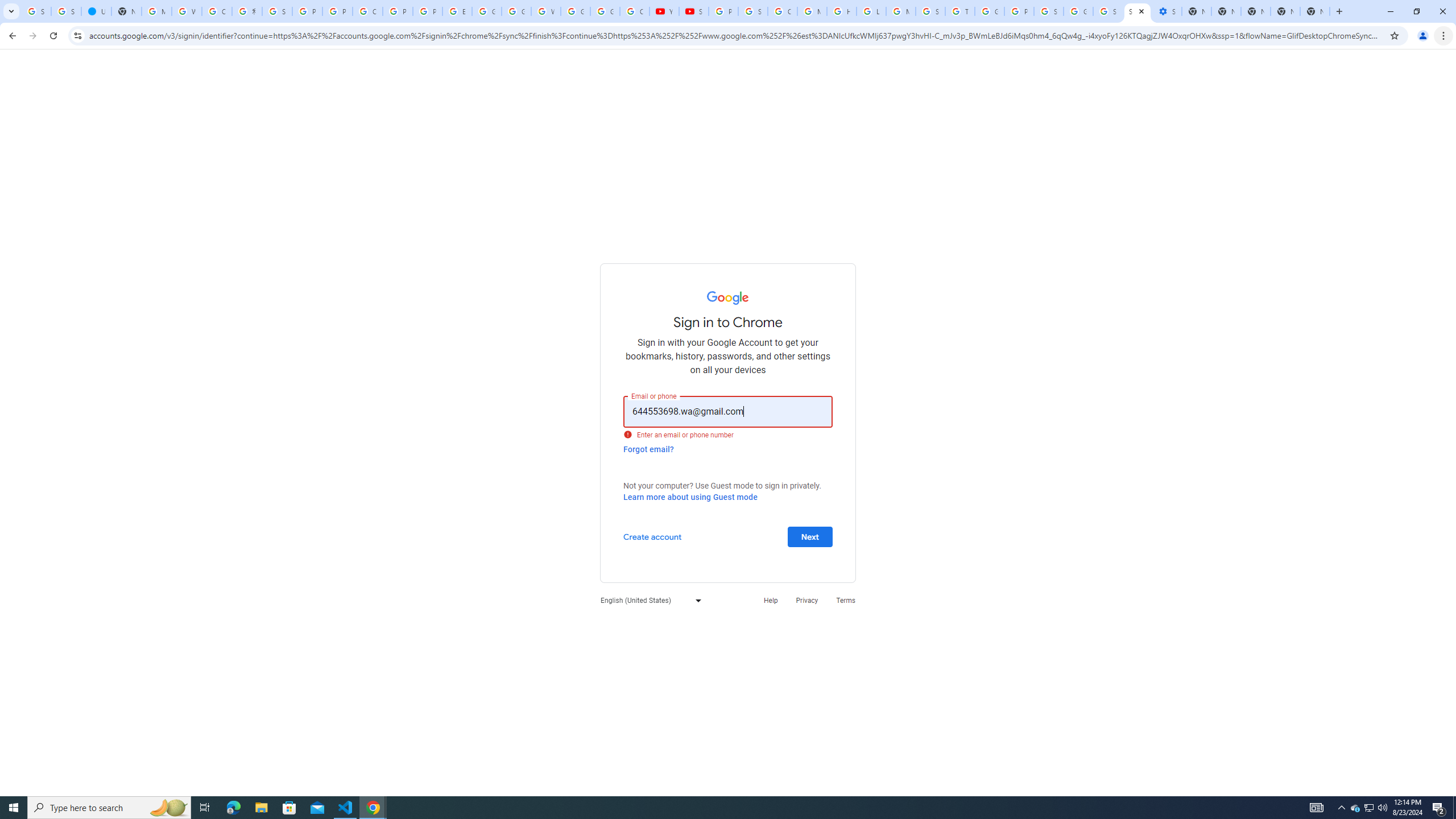 The width and height of the screenshot is (1456, 819). Describe the element at coordinates (1314, 11) in the screenshot. I see `'New Tab'` at that location.